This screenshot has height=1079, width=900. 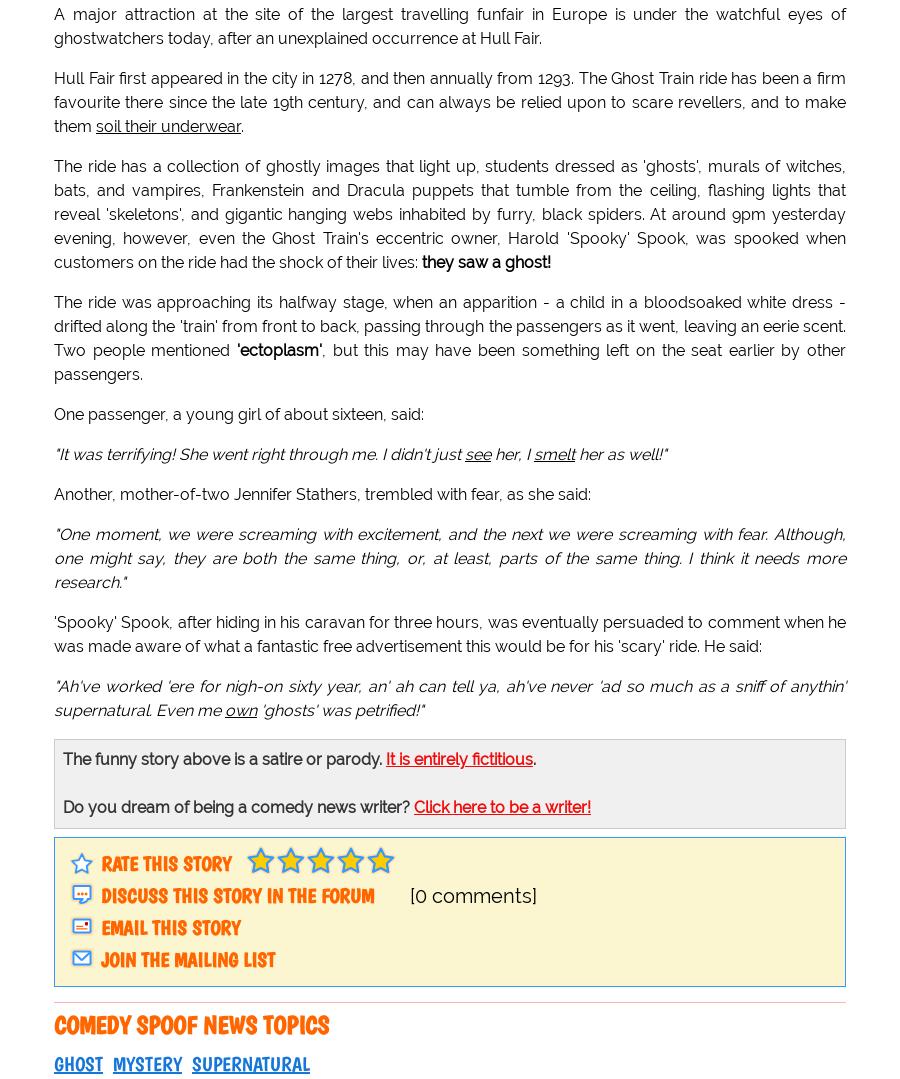 What do you see at coordinates (250, 1063) in the screenshot?
I see `'supernatural'` at bounding box center [250, 1063].